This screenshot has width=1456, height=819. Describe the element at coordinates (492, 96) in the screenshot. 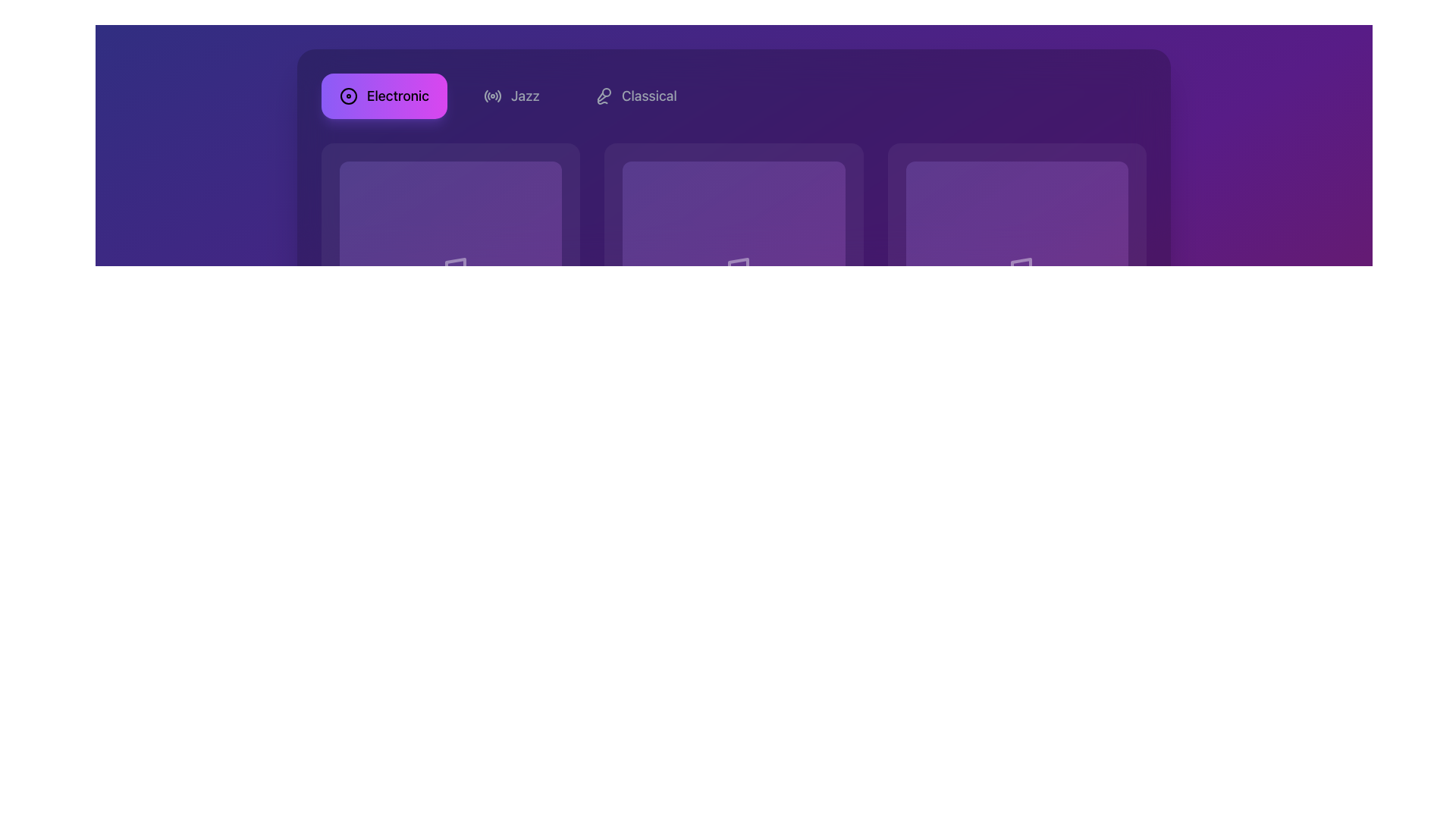

I see `the button labeled 'Jazz' by clicking on the circular icon resembling a radio within it` at that location.